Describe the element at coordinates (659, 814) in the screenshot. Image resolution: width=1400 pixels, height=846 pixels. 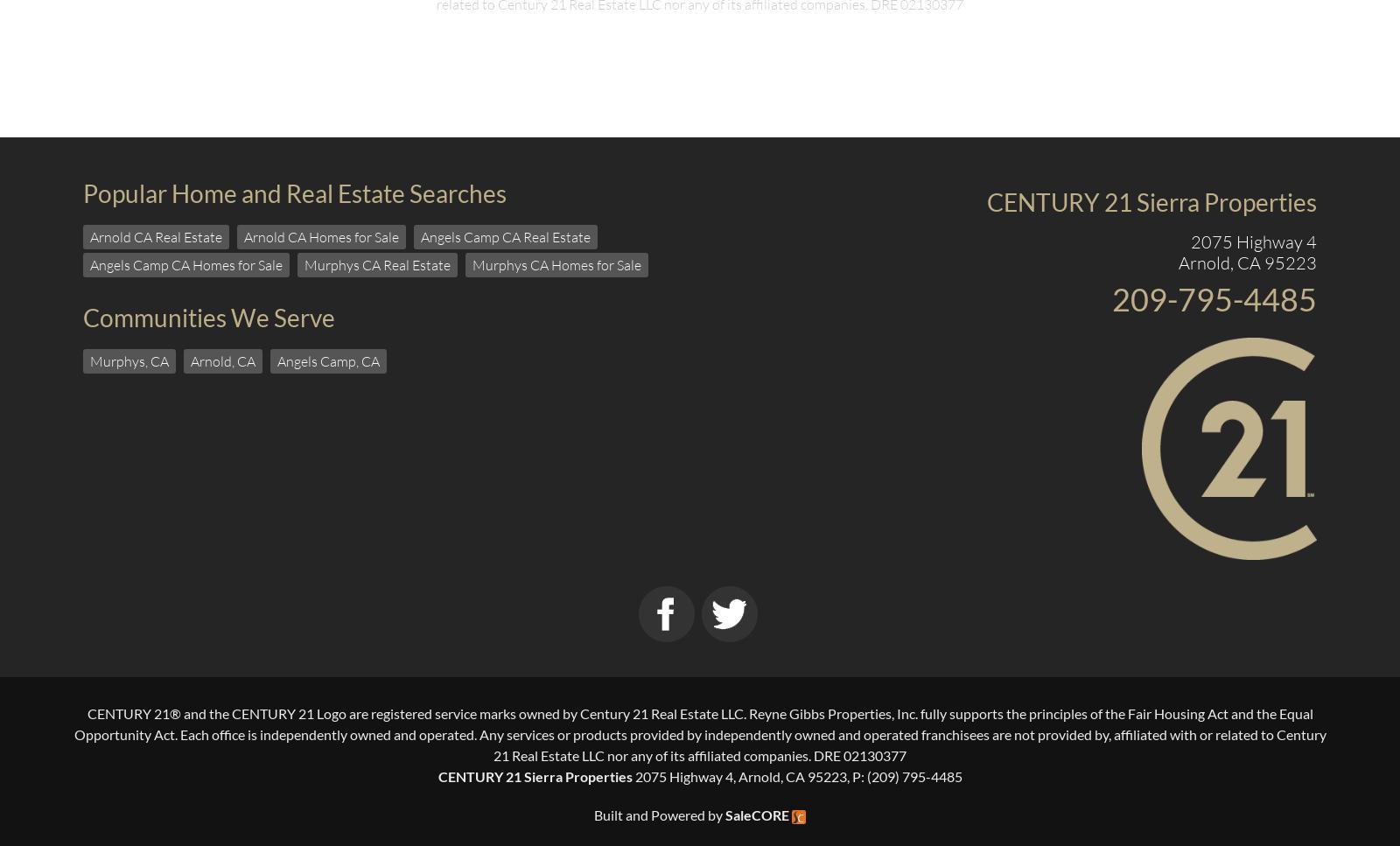
I see `'Built and Powered by'` at that location.